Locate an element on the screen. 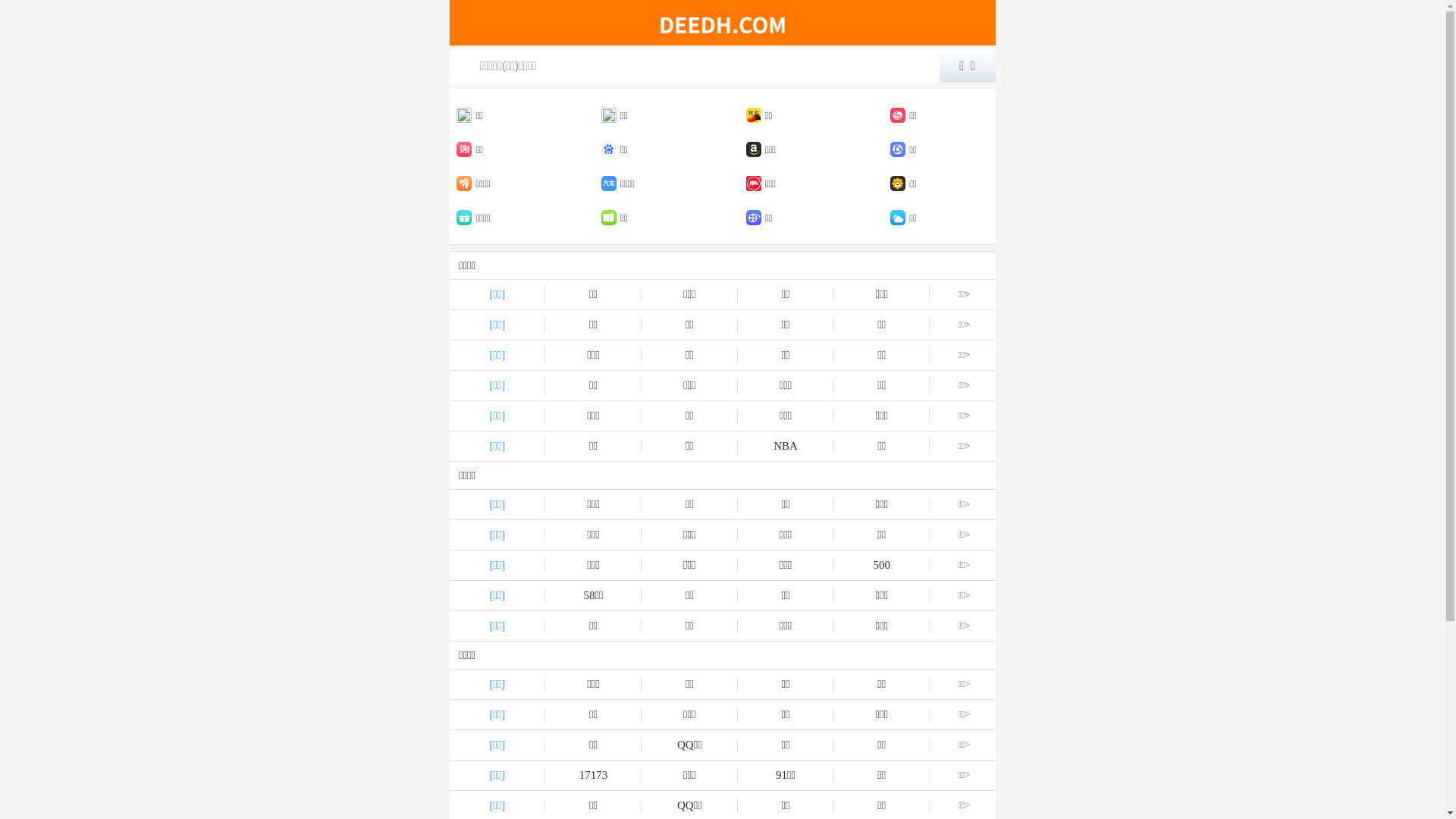 The image size is (1456, 819). 'NBA' is located at coordinates (738, 445).